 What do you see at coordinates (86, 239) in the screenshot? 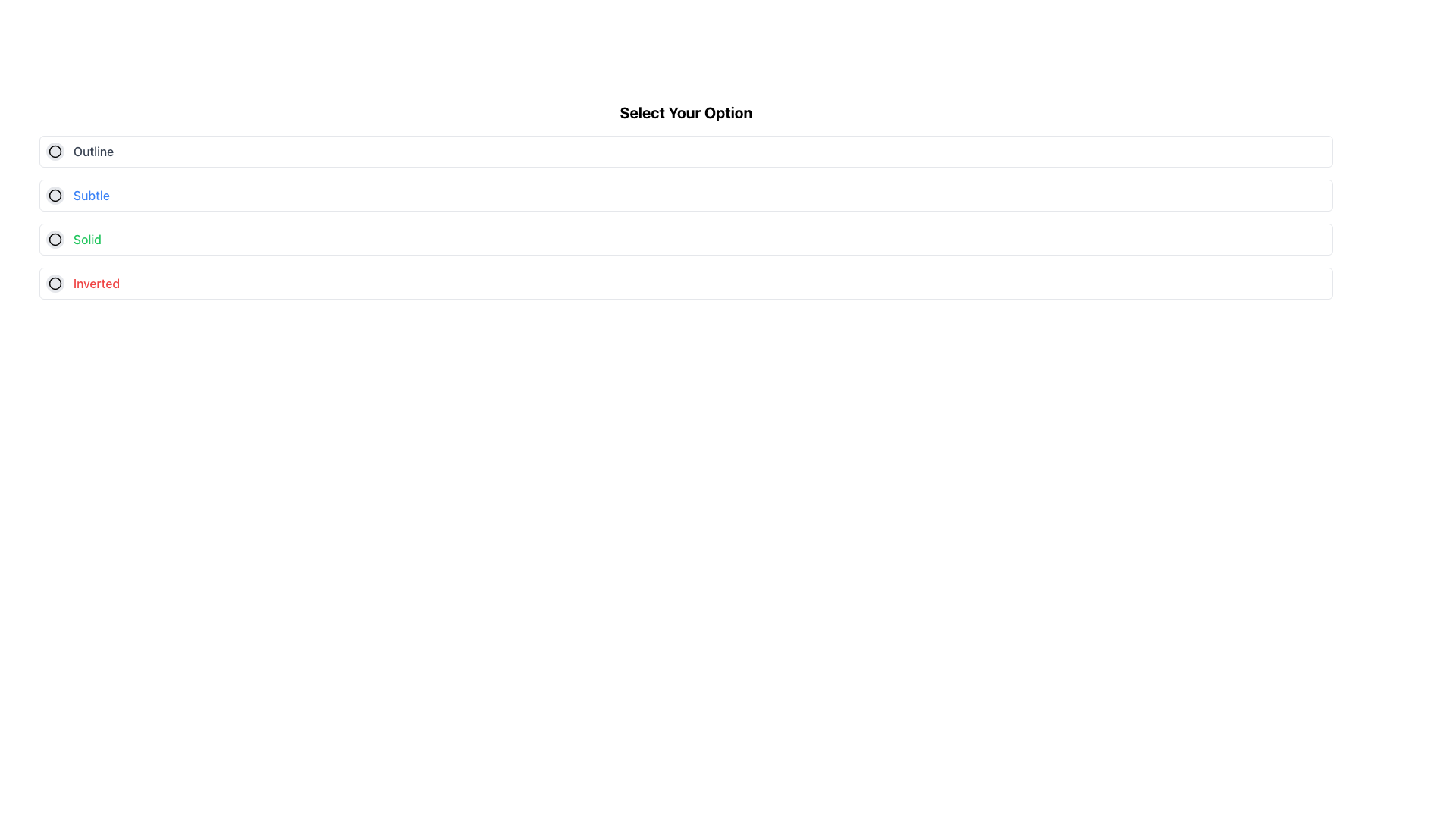
I see `the text label displaying 'Solid' which is styled in green color and bold font, located in the third position of the selectable options list` at bounding box center [86, 239].